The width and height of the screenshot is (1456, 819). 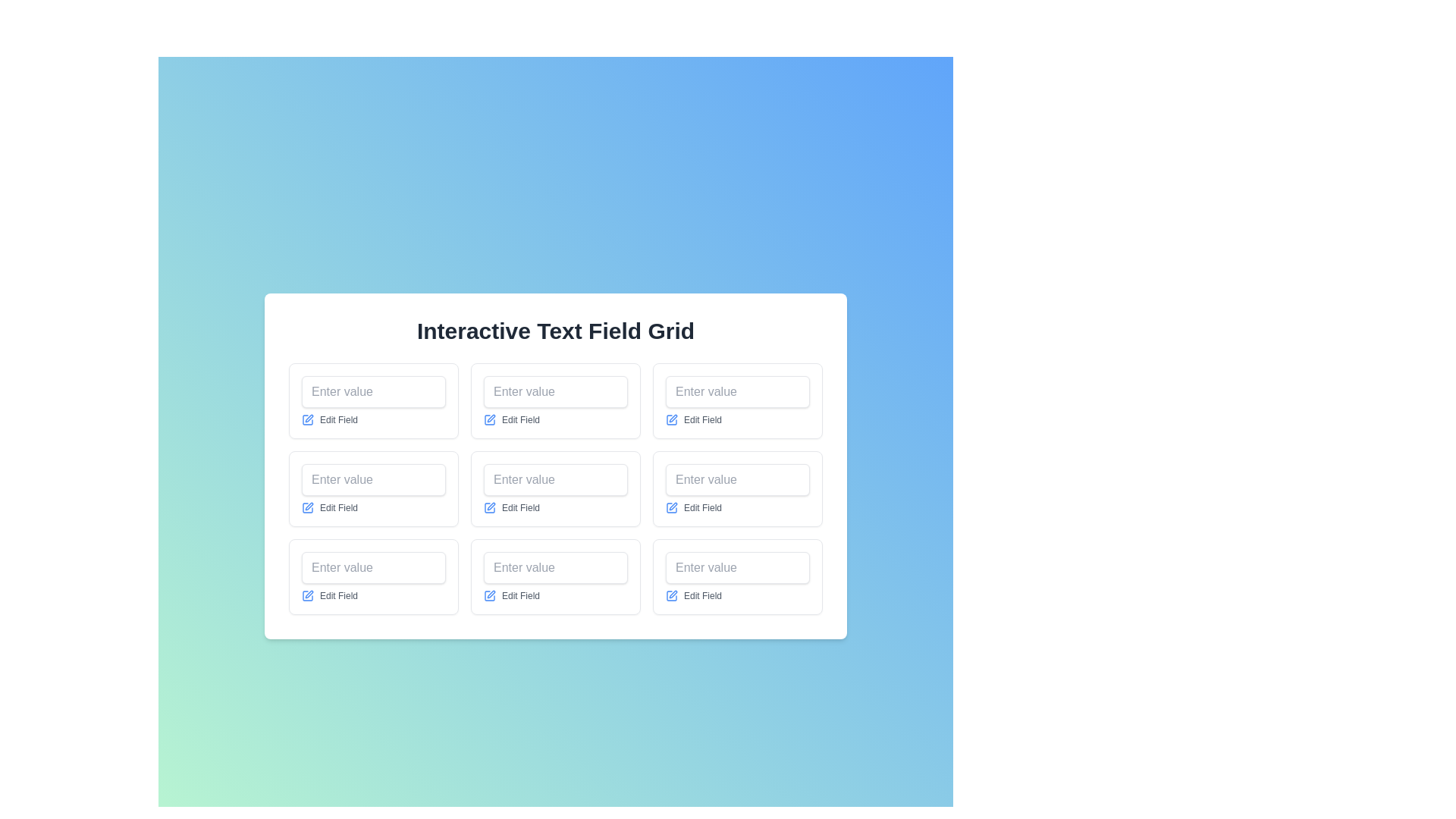 I want to click on the light blue pen icon positioned to the left of the label 'Edit Field' in the third row of the grid layout, so click(x=307, y=508).